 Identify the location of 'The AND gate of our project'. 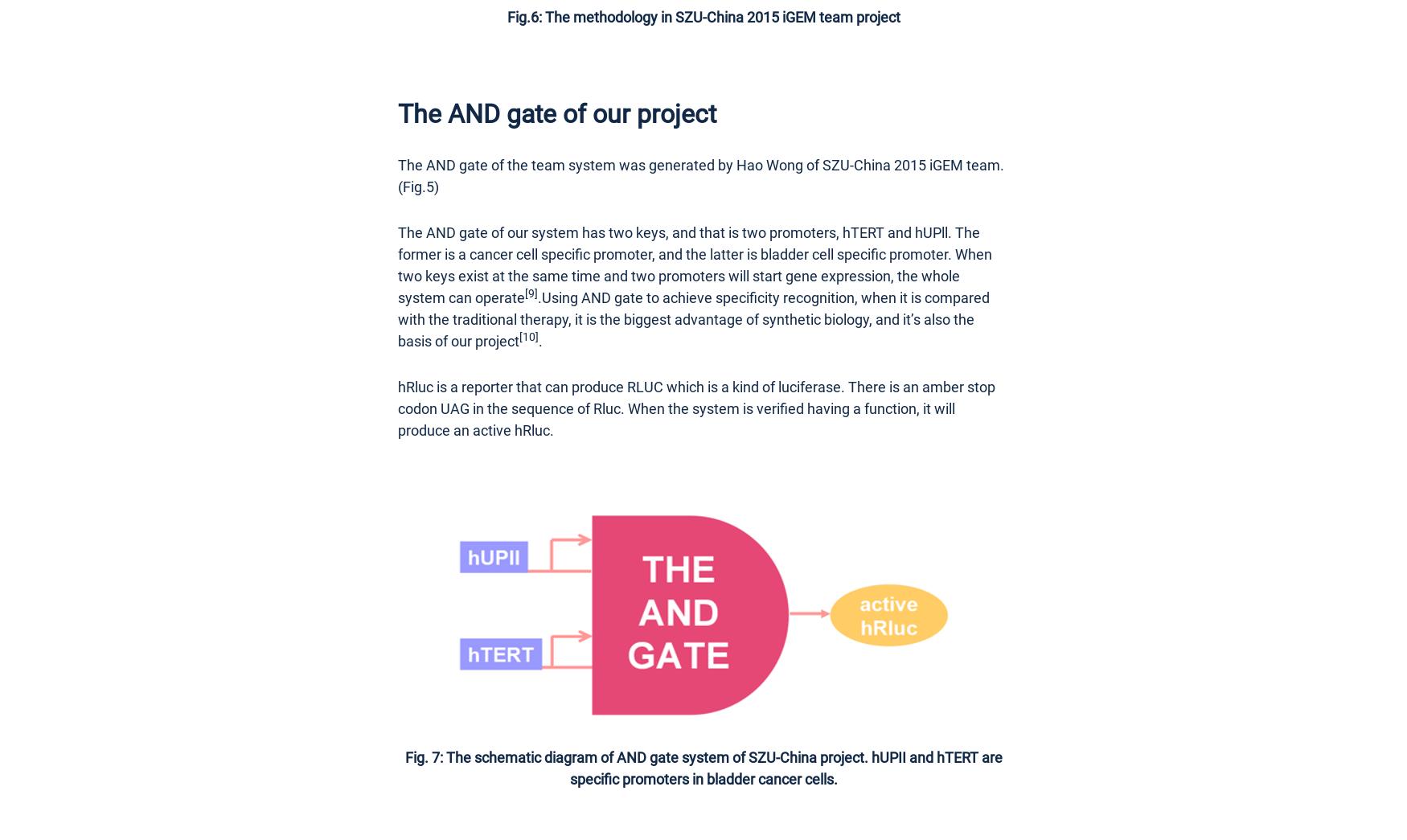
(557, 112).